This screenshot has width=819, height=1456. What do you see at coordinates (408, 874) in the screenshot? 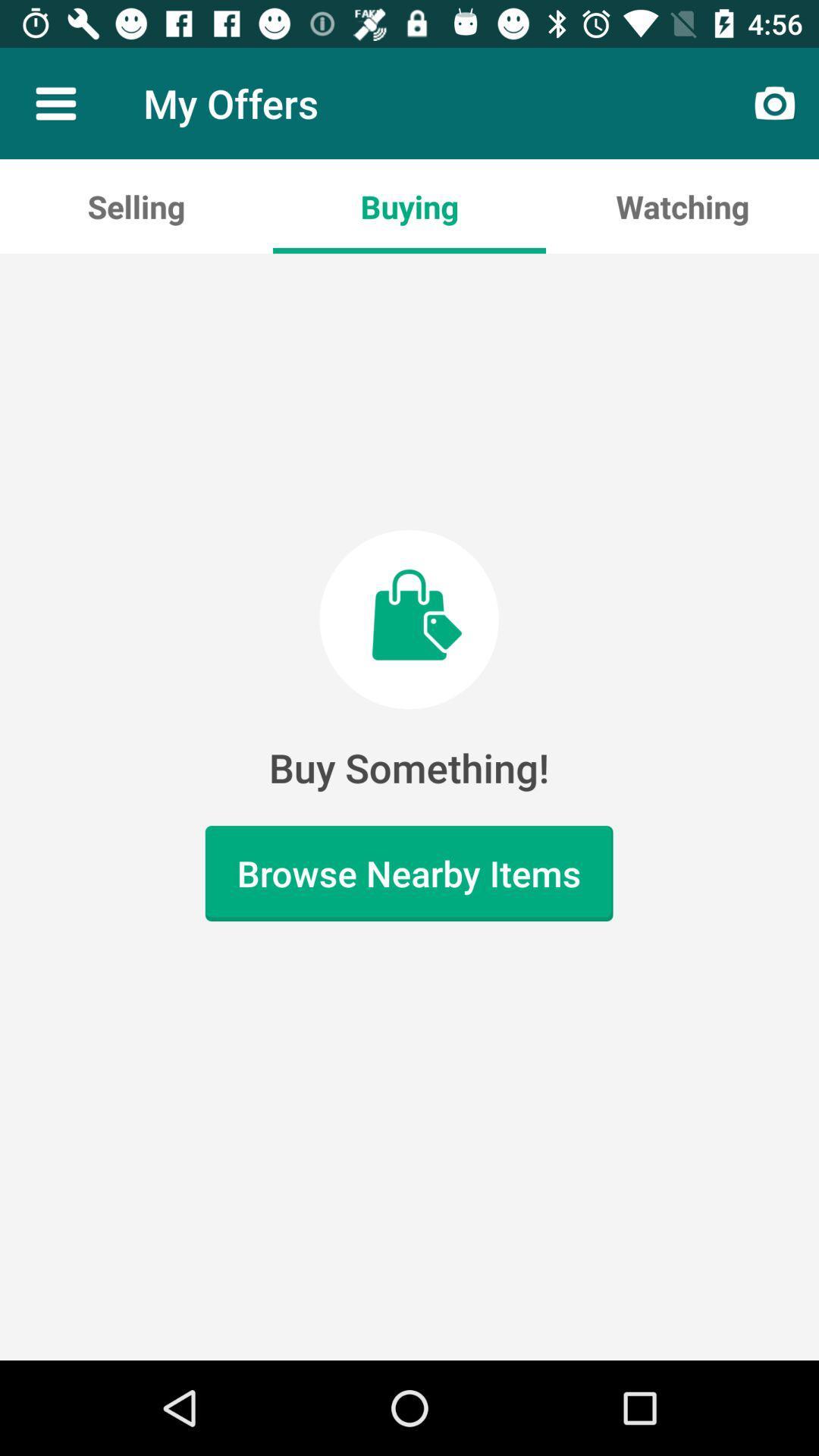
I see `the browse nearby items icon` at bounding box center [408, 874].